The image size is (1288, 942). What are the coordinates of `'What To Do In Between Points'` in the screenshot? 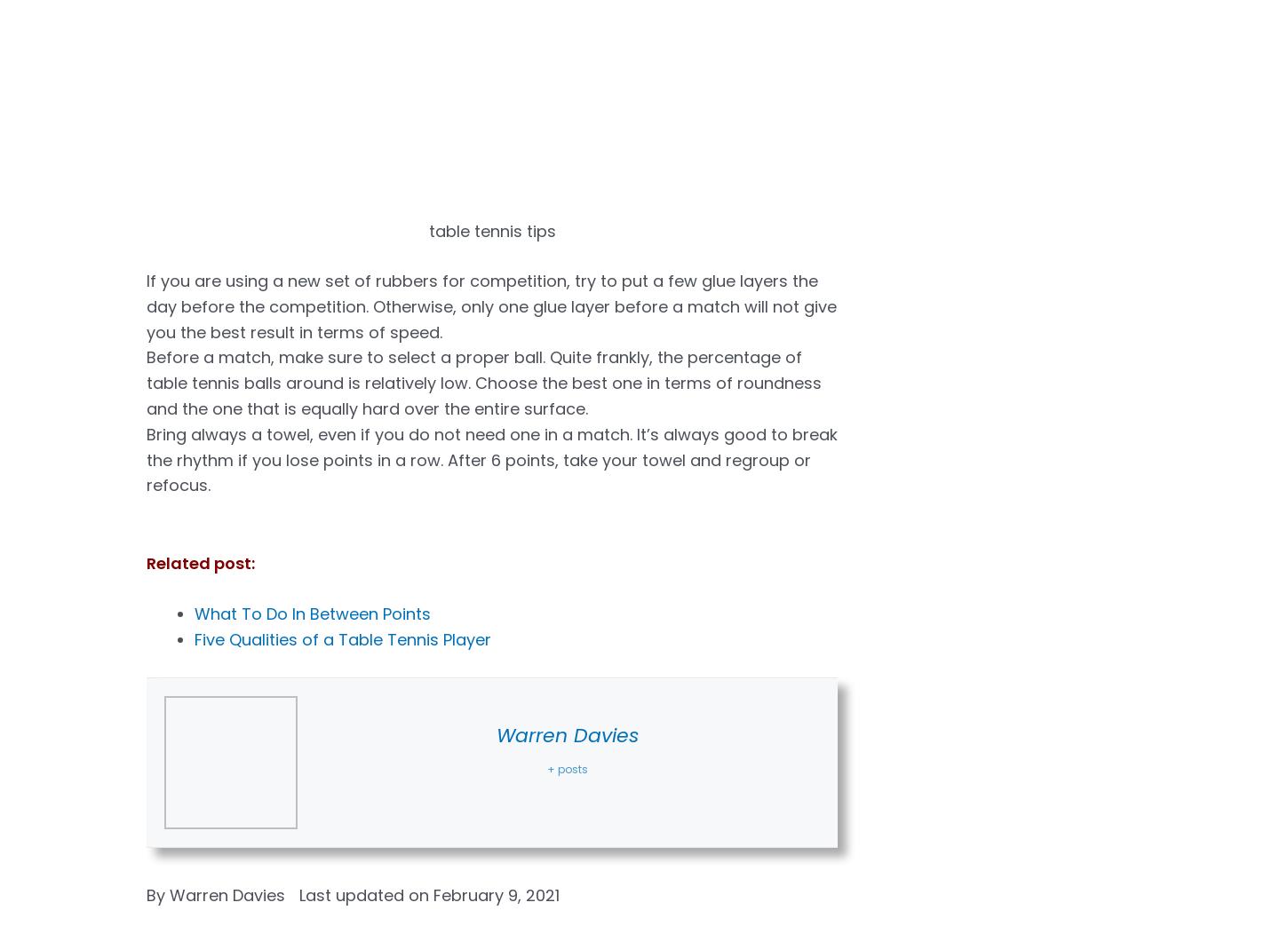 It's located at (313, 613).